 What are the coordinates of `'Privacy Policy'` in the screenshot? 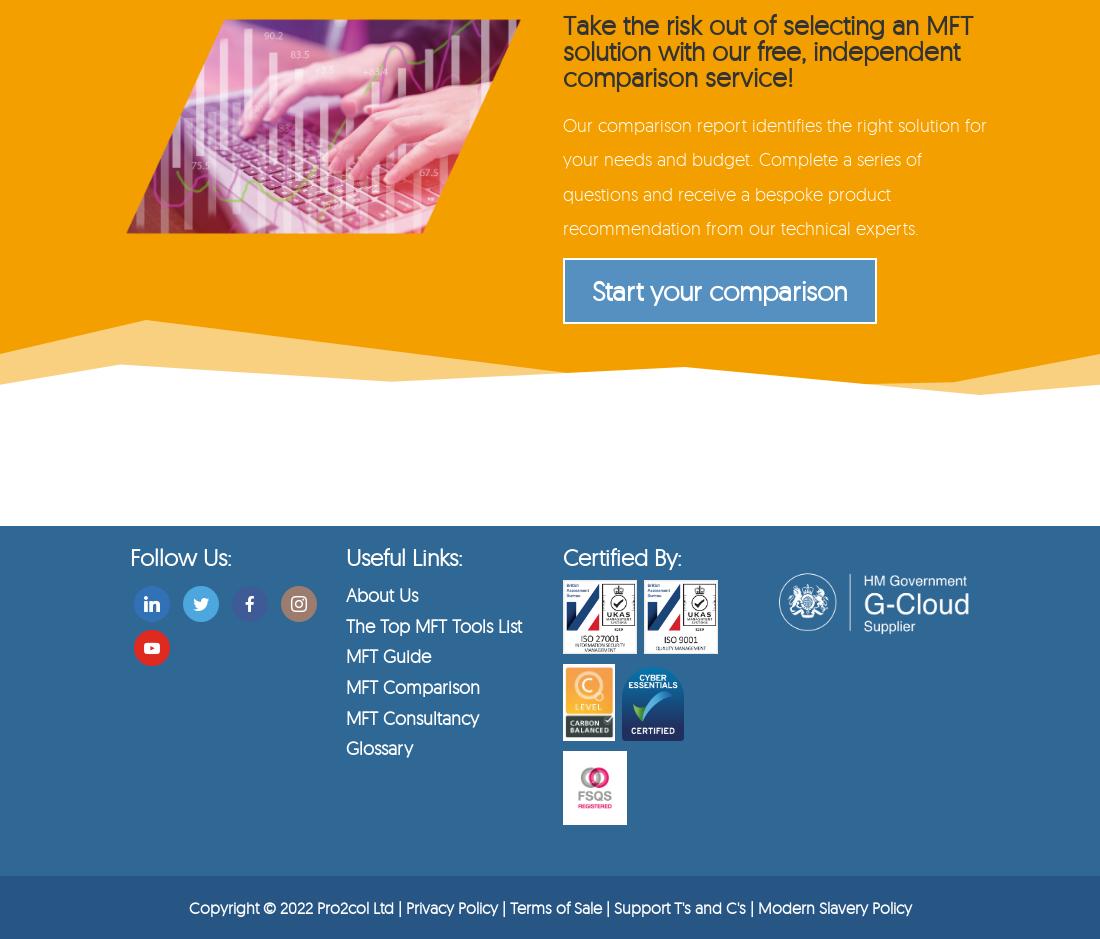 It's located at (405, 905).